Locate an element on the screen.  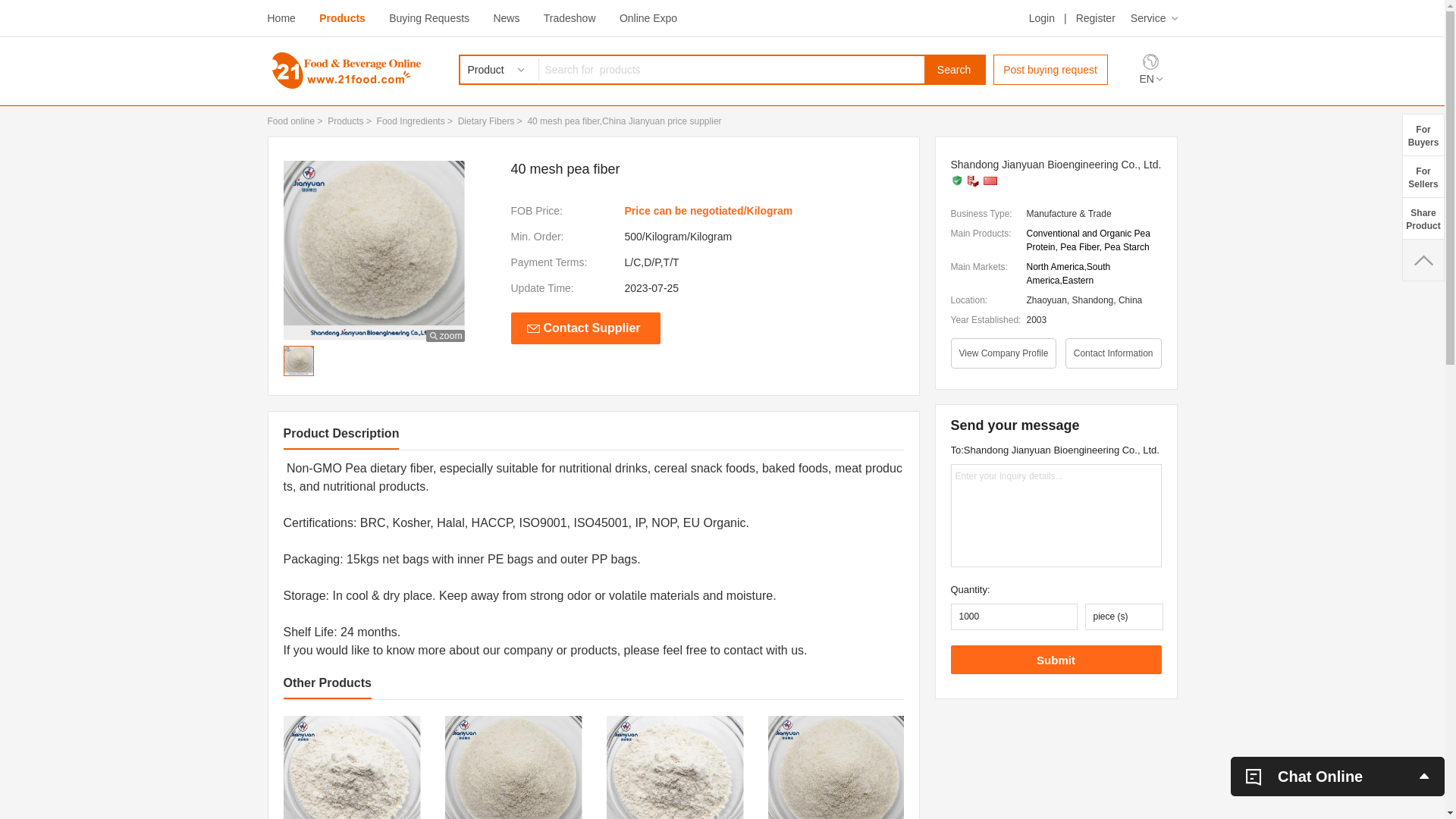
'Contact Information' is located at coordinates (1113, 353).